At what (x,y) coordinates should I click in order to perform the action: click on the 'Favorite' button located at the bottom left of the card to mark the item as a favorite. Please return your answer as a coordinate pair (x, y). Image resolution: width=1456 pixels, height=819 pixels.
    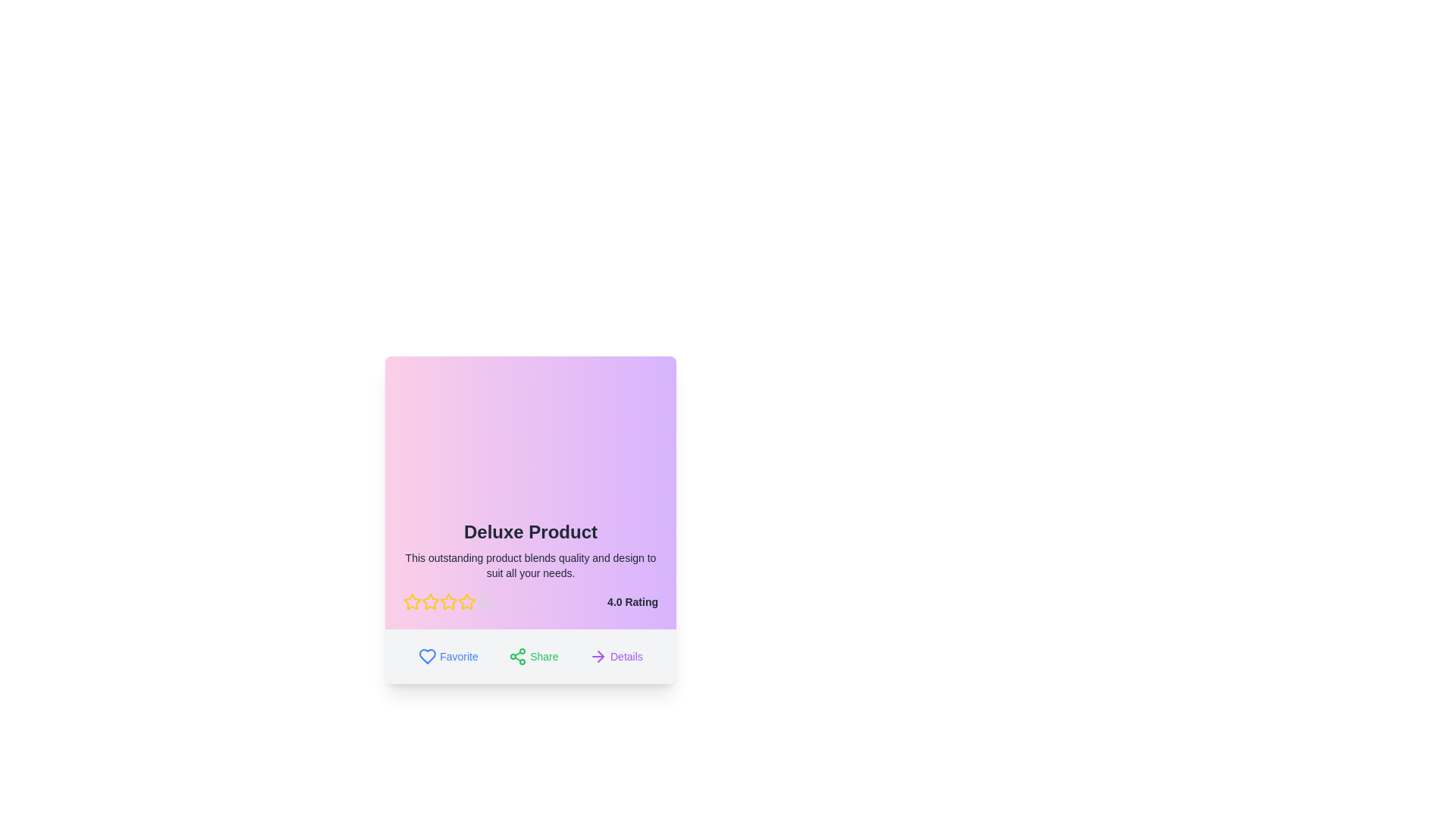
    Looking at the image, I should click on (447, 656).